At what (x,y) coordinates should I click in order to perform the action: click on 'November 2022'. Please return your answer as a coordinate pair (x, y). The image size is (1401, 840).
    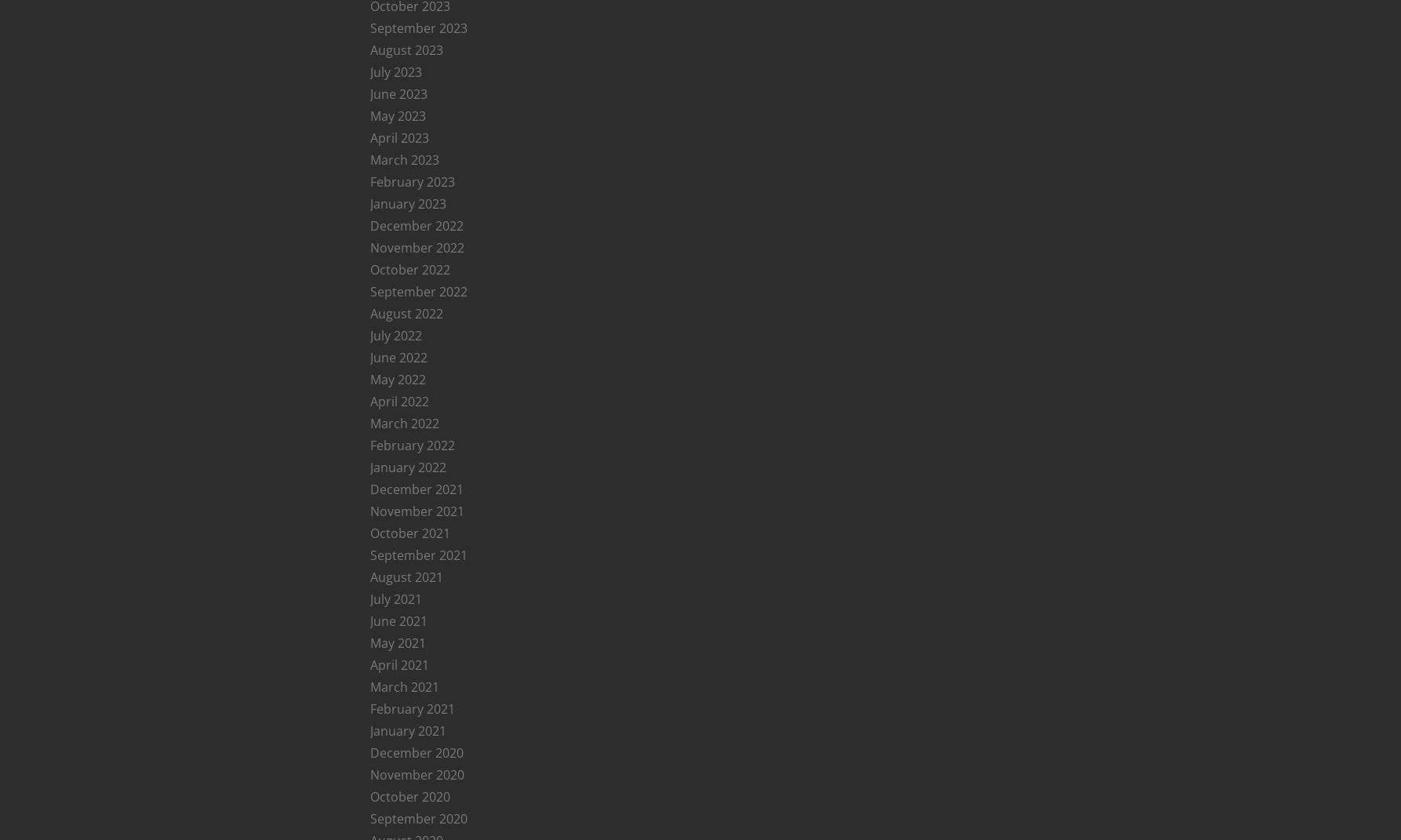
    Looking at the image, I should click on (368, 247).